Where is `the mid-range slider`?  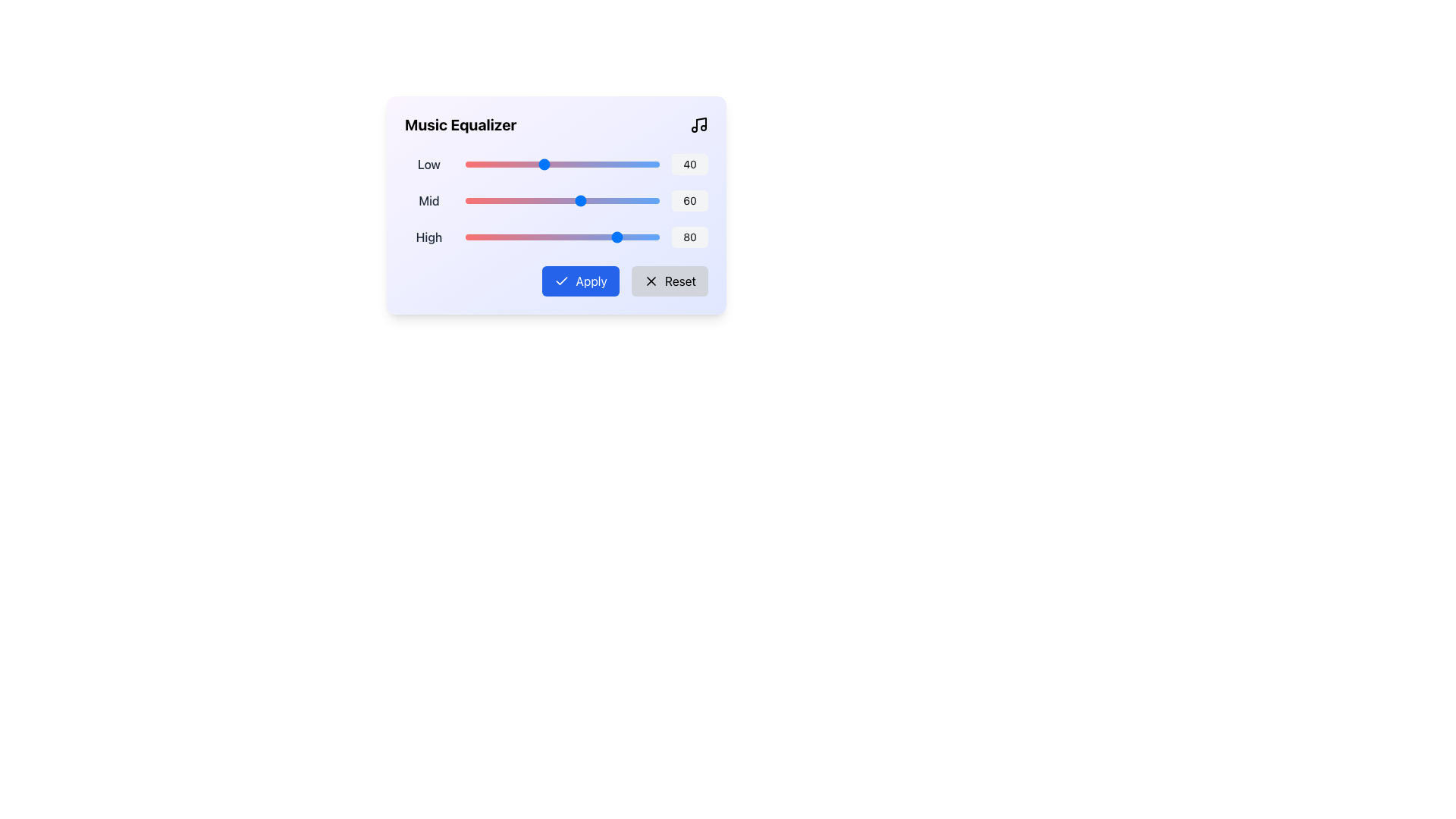
the mid-range slider is located at coordinates (642, 200).